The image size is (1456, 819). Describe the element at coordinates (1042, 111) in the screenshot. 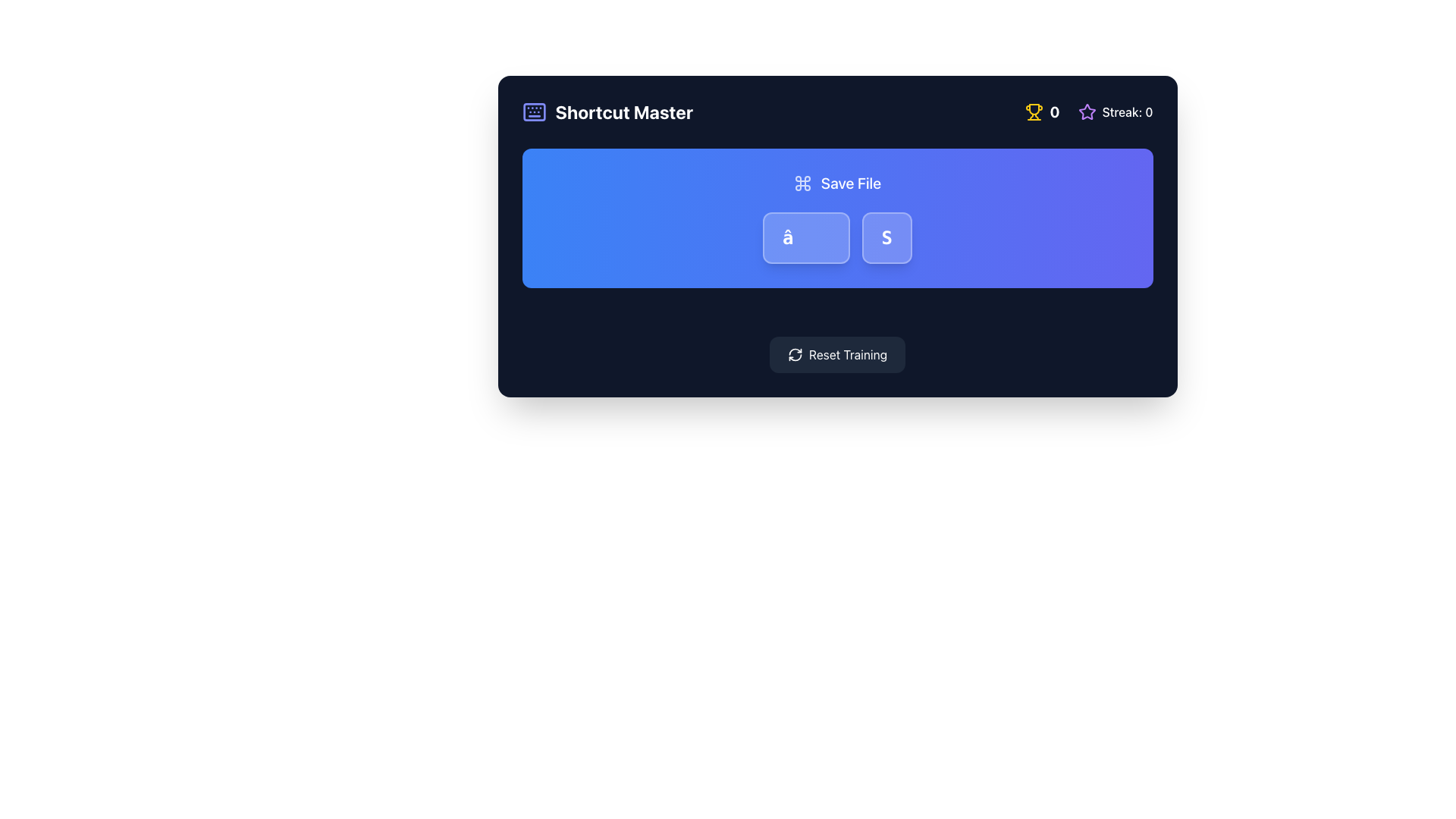

I see `the text label displaying the numeric value associated with the trophy icon, located to the immediate right of the yellow trophy icon in the top-right corner of the interface` at that location.